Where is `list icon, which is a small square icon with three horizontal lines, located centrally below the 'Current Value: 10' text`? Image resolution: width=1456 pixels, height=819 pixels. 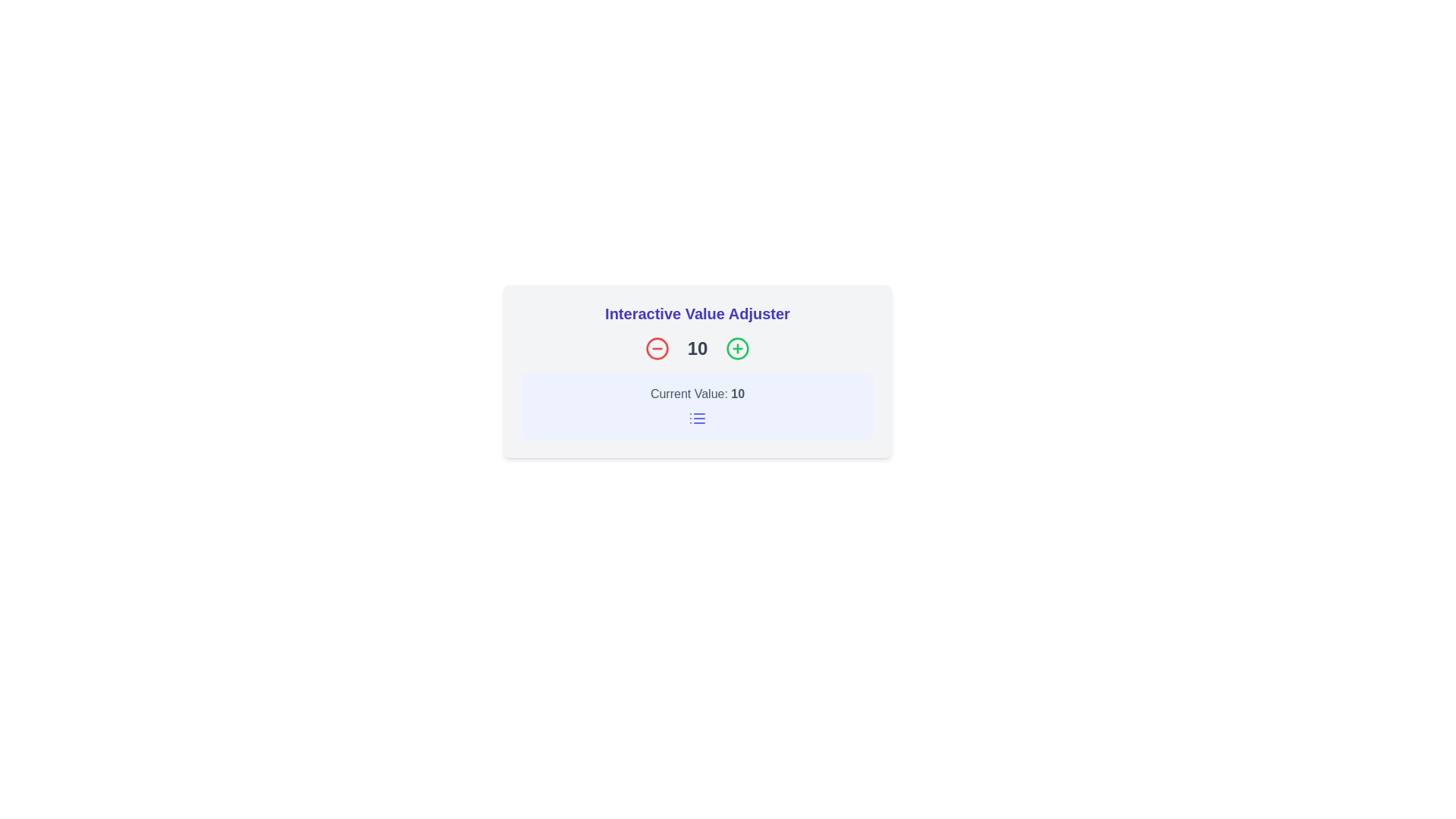
list icon, which is a small square icon with three horizontal lines, located centrally below the 'Current Value: 10' text is located at coordinates (697, 418).